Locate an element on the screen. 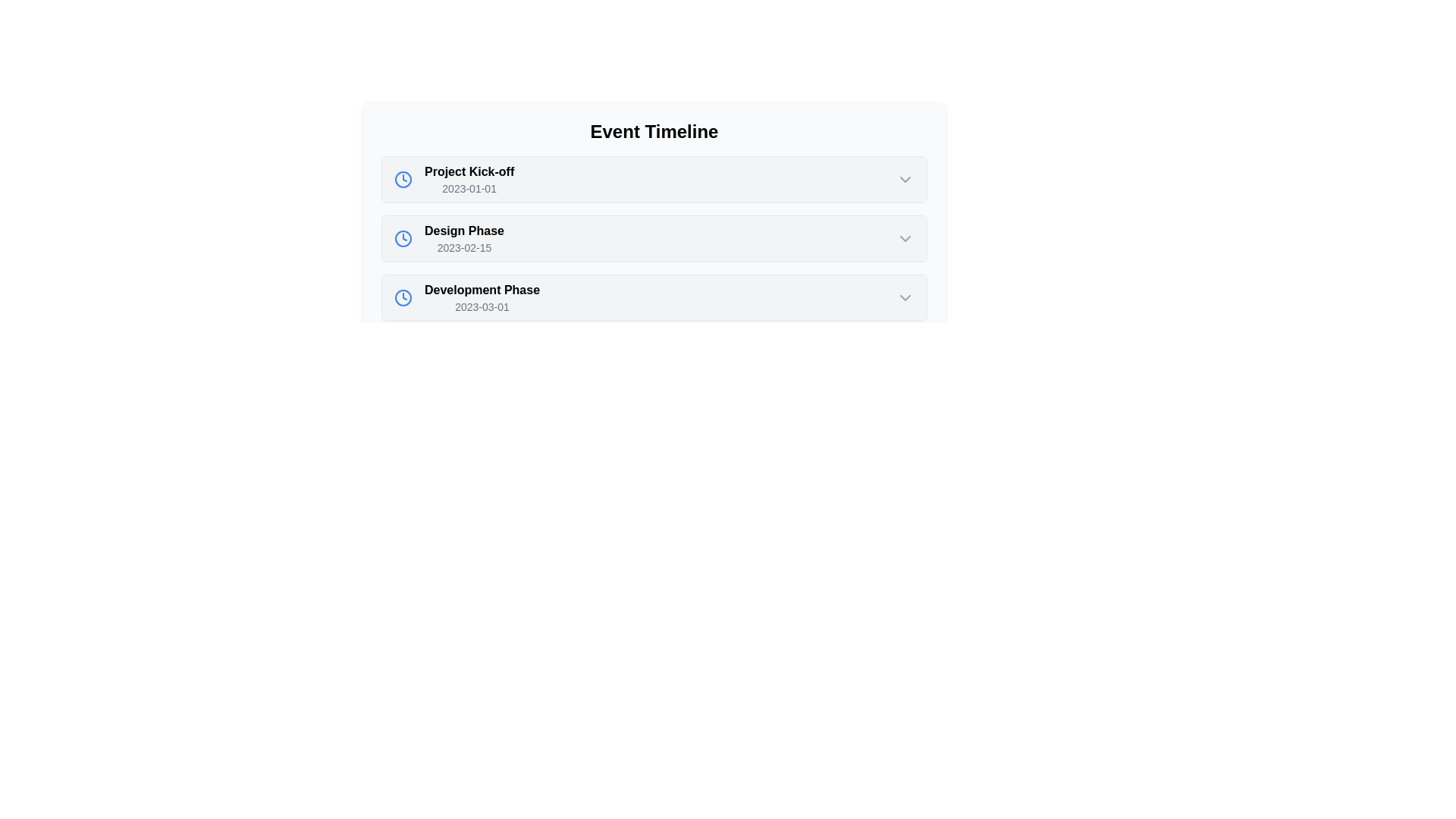 This screenshot has width=1456, height=819. the clock icon at the start of the first row in the 'Event Timeline' list, which visually represents the temporal context for the 'Project Kick-off' event is located at coordinates (403, 178).